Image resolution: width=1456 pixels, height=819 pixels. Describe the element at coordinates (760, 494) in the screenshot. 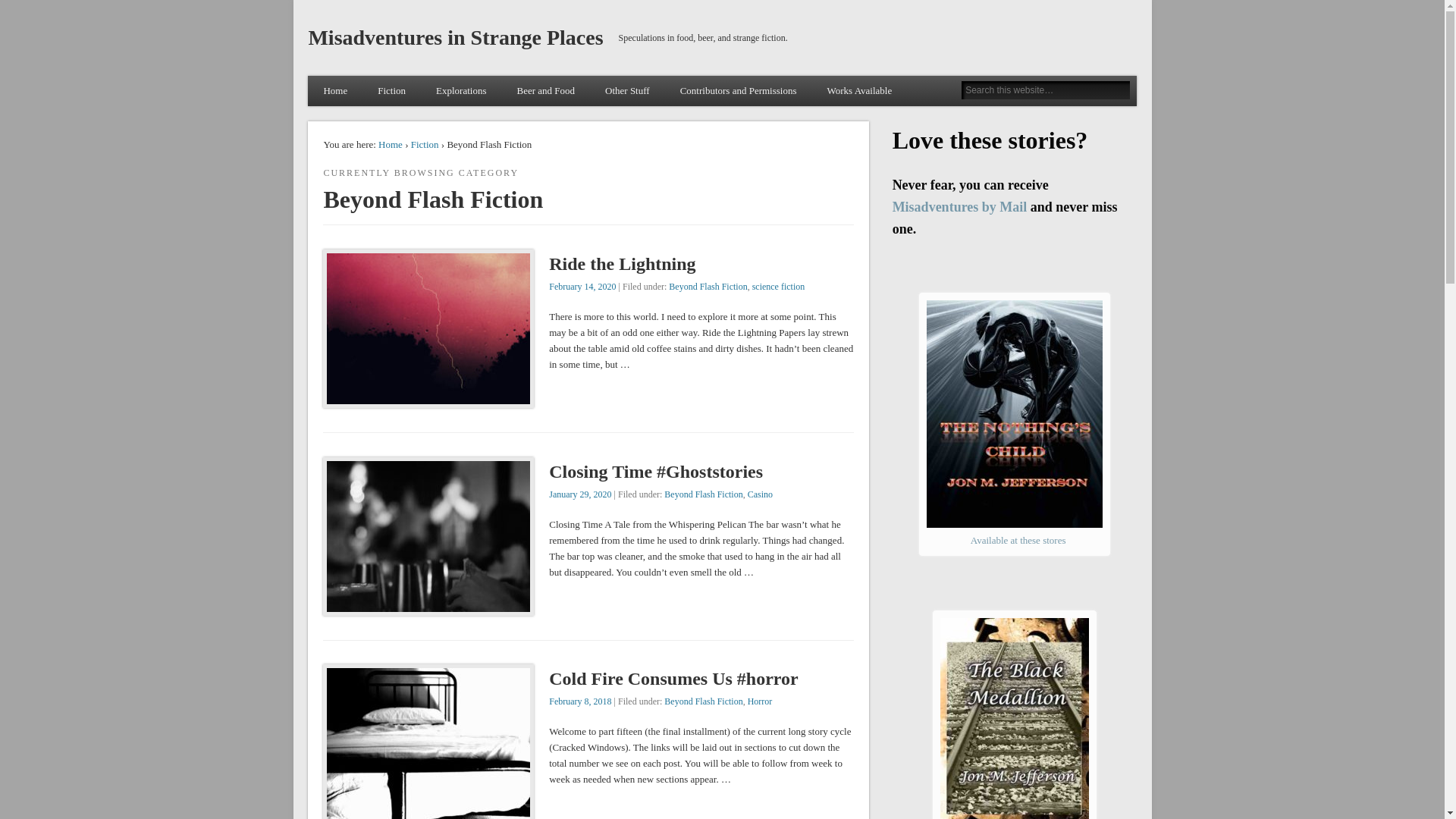

I see `'Casino'` at that location.